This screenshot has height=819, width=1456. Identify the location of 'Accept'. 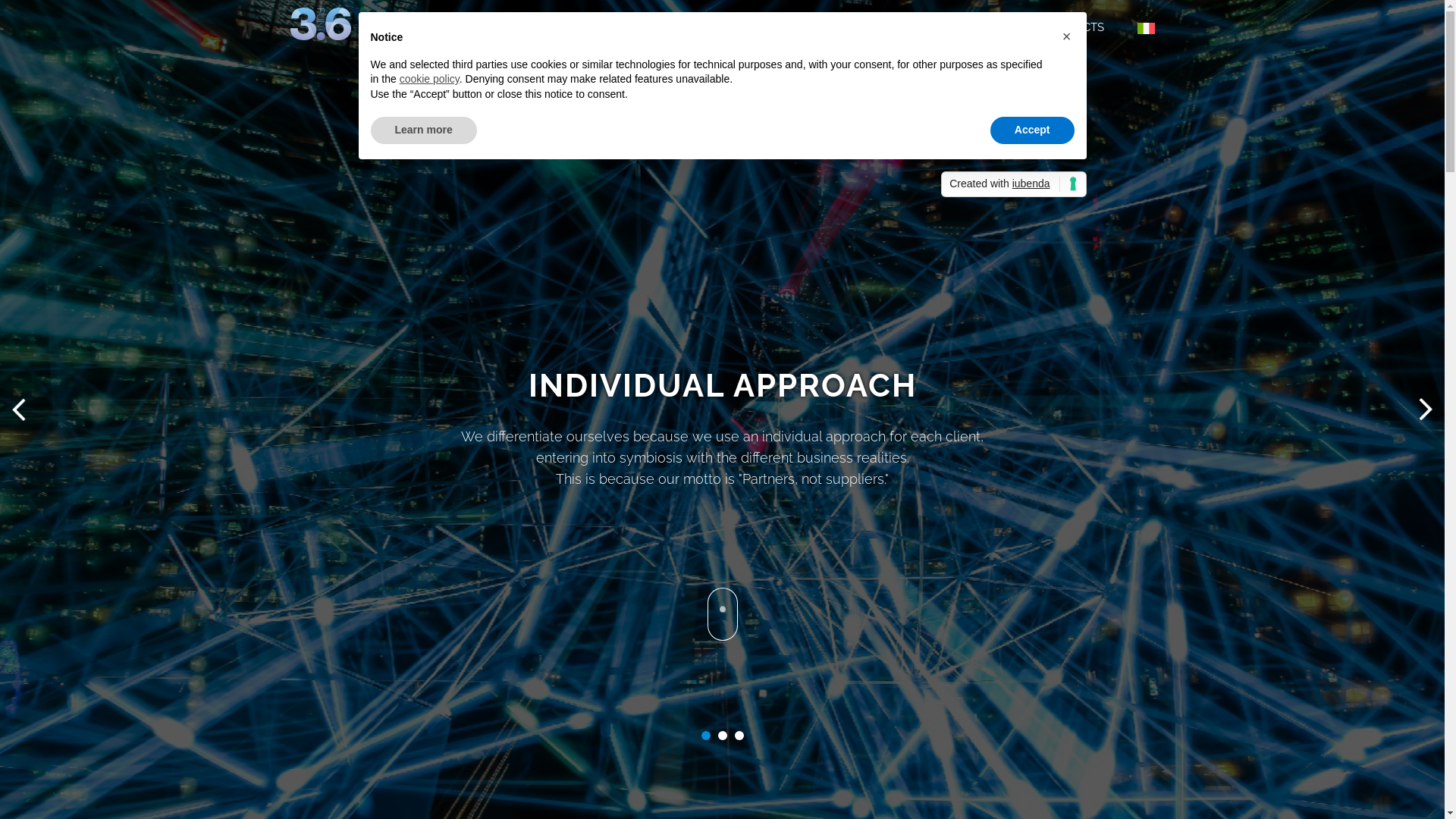
(990, 130).